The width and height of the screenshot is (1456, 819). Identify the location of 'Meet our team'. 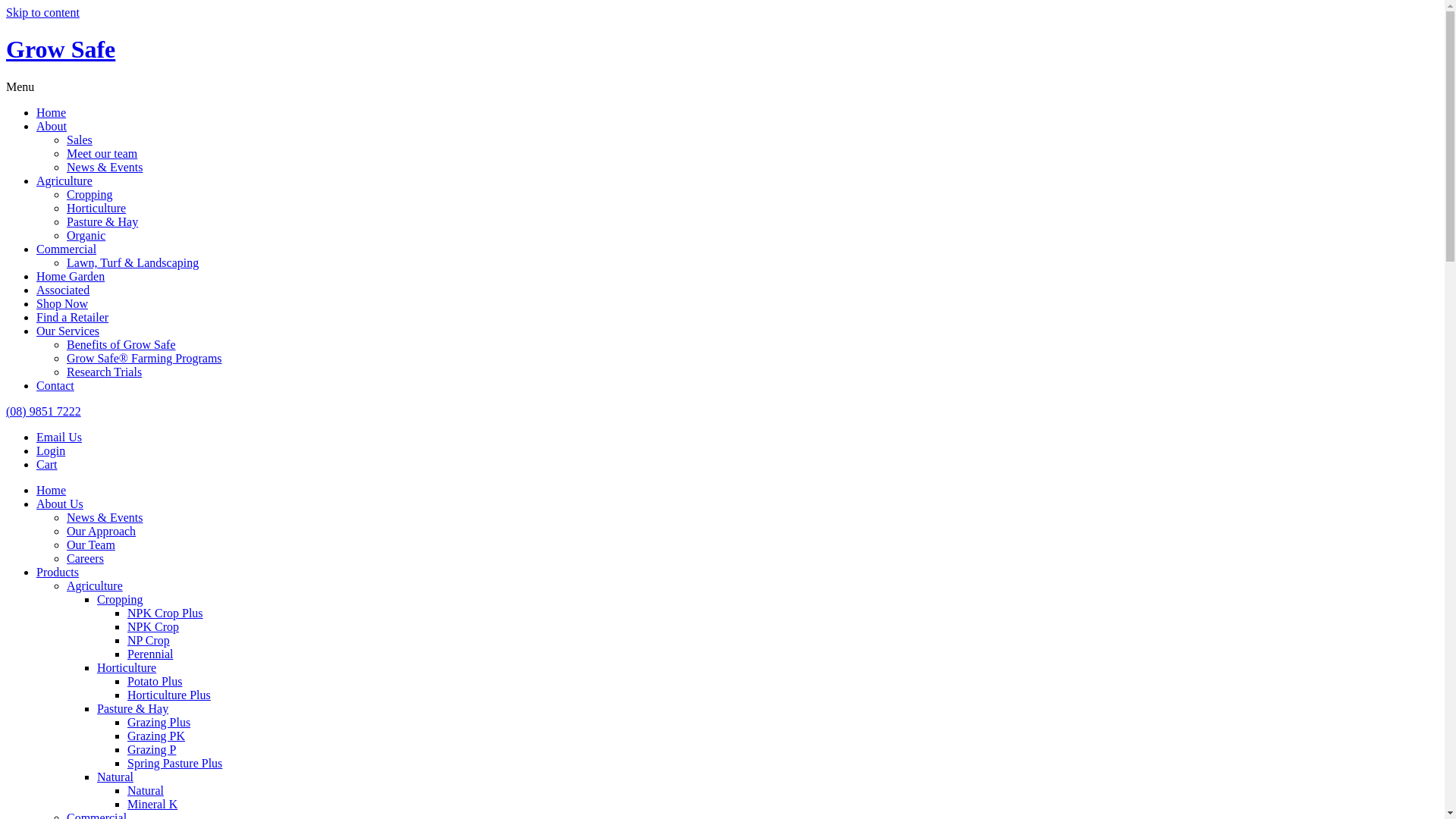
(101, 153).